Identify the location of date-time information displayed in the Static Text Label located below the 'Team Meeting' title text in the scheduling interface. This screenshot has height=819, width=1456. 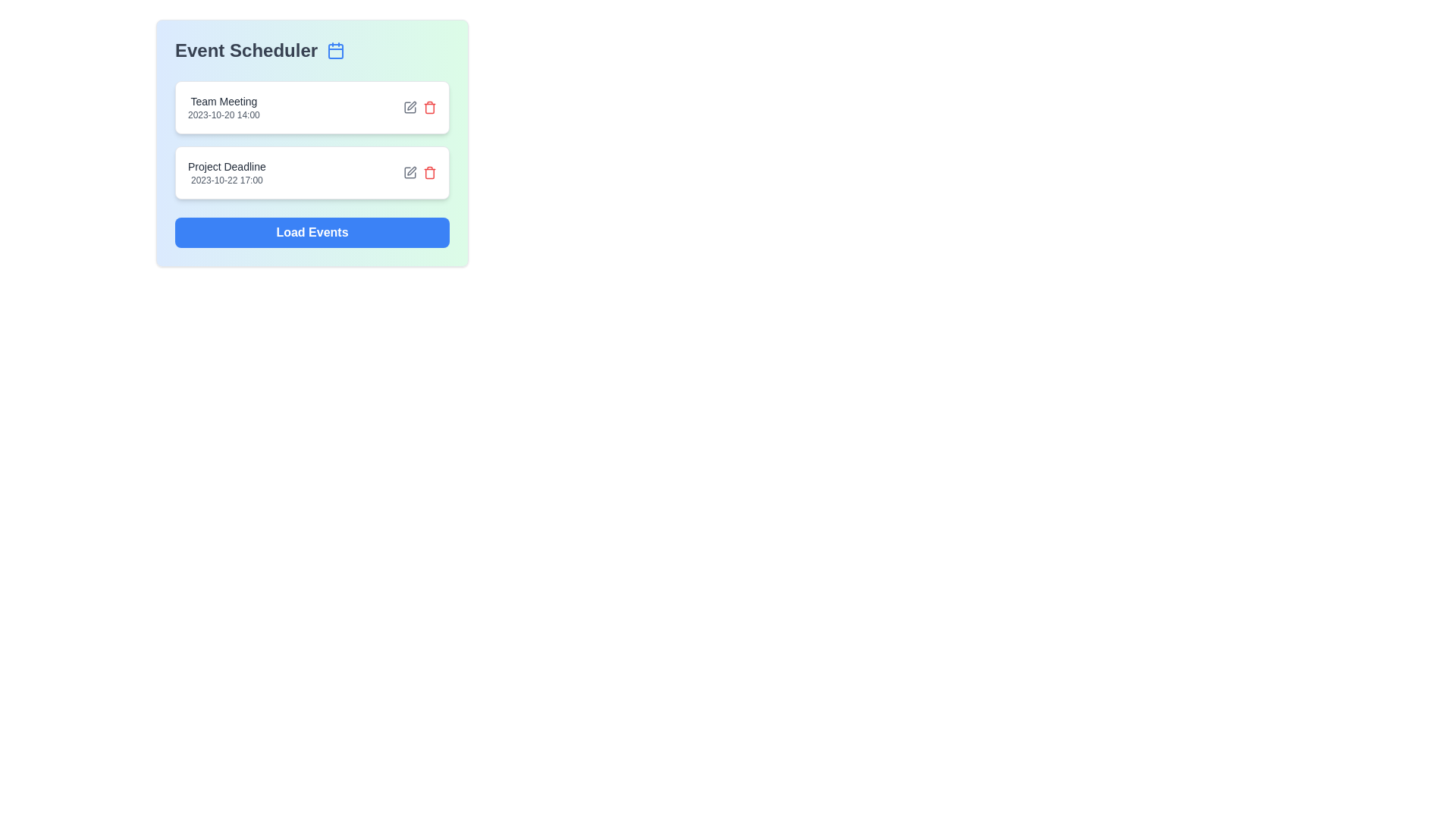
(223, 114).